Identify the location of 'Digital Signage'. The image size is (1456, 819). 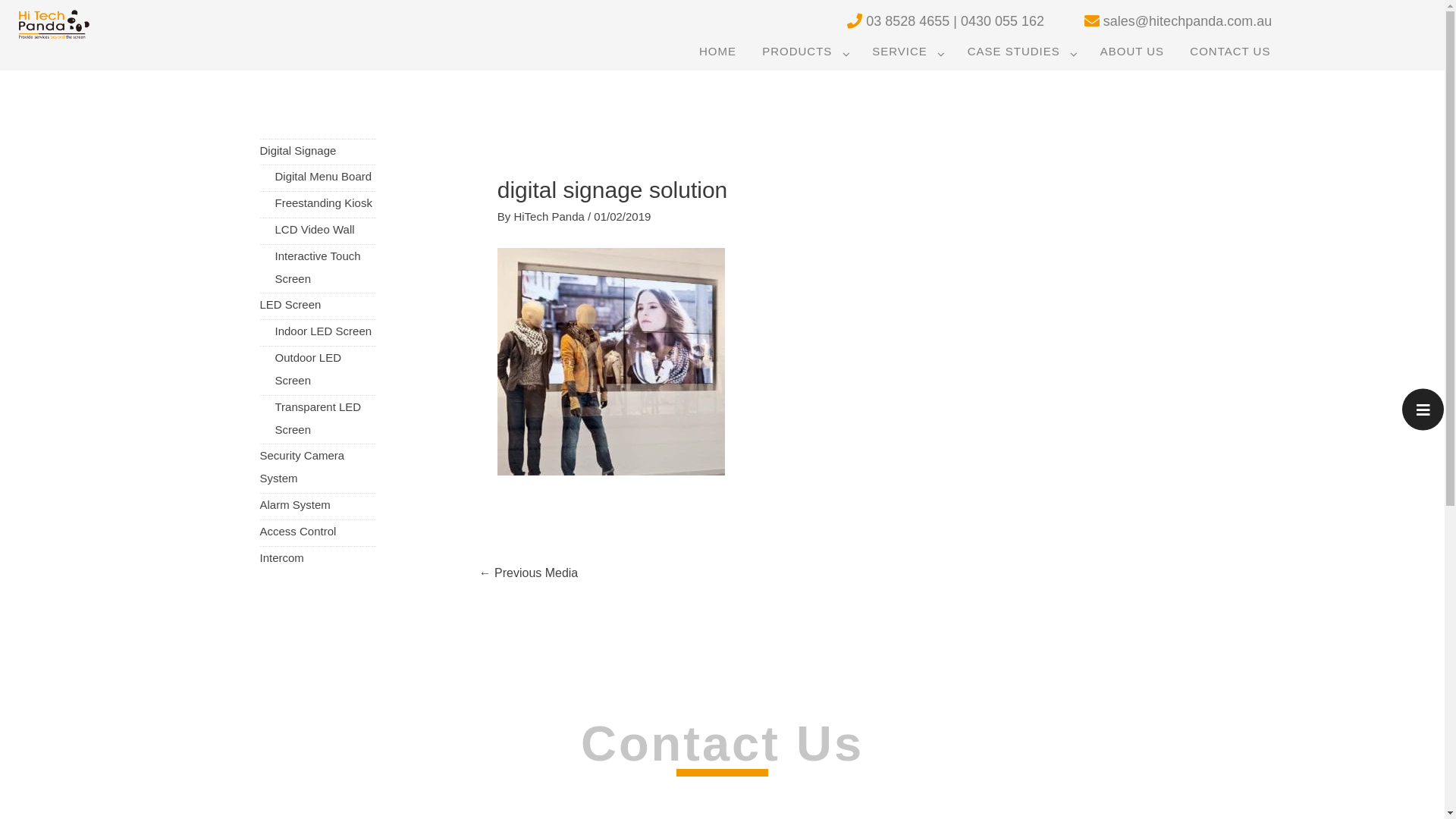
(297, 150).